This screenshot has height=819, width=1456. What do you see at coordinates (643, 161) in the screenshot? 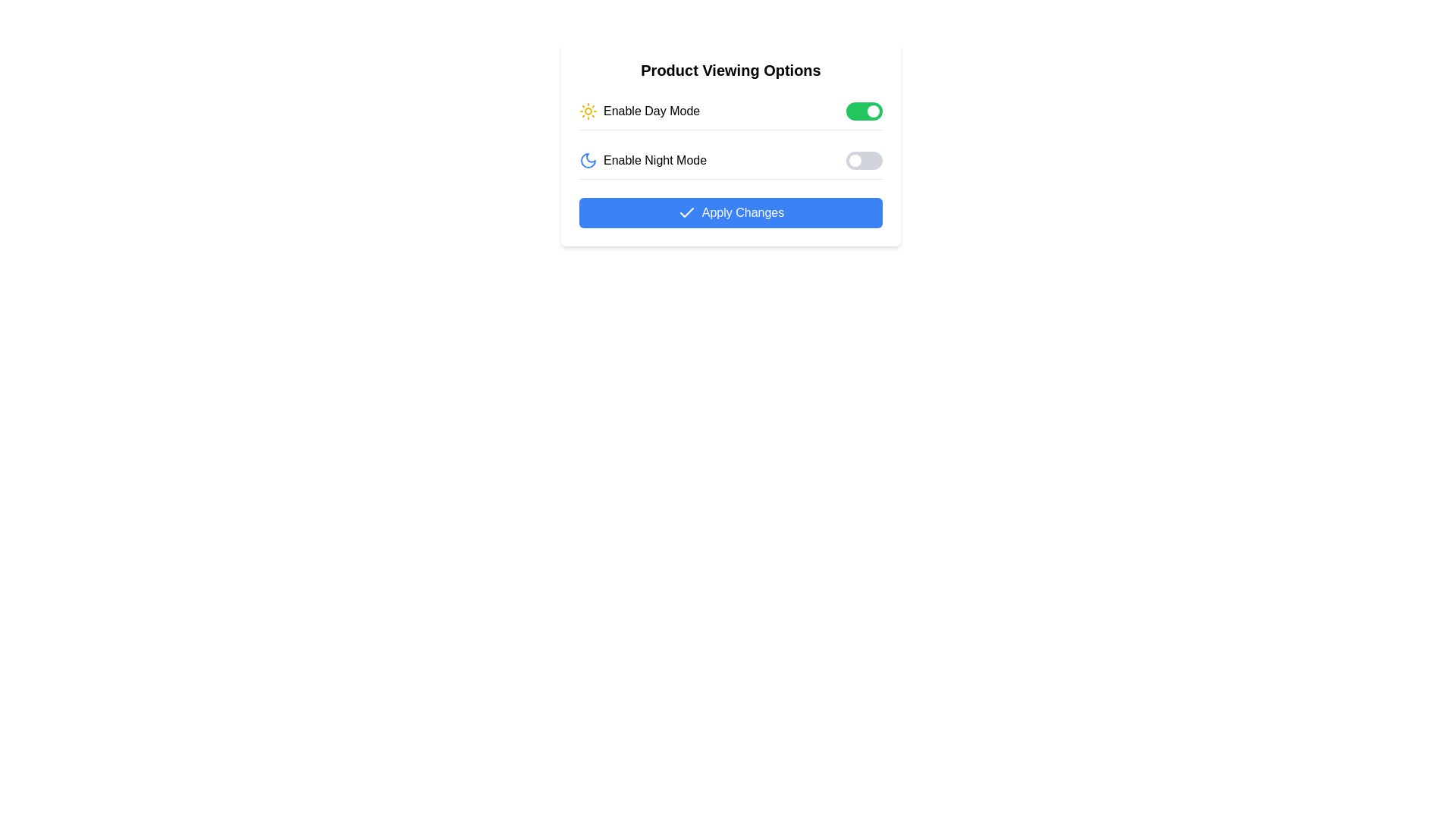
I see `the 'Enable Night Mode' text label and crescent moon icon` at bounding box center [643, 161].